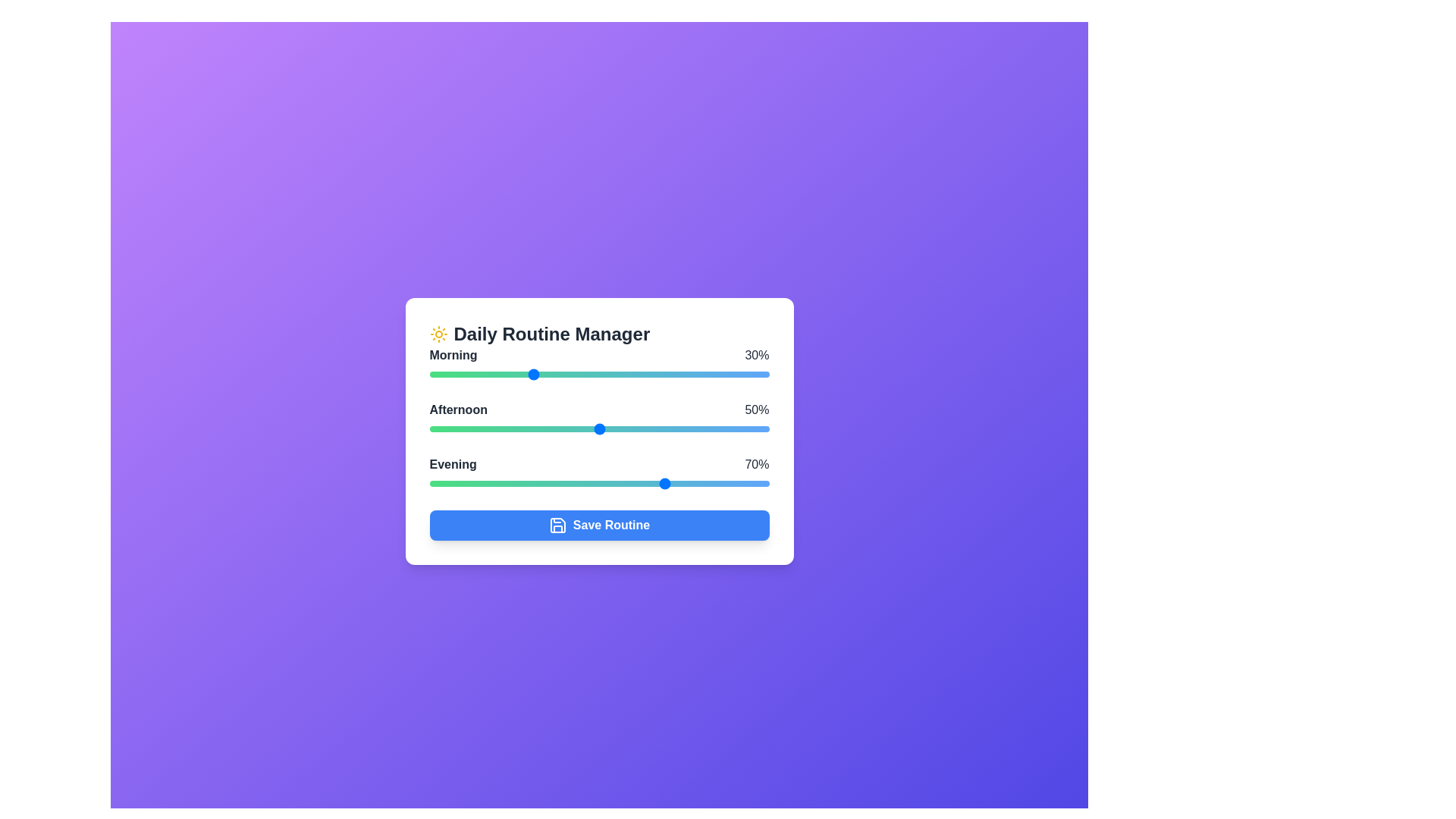 The height and width of the screenshot is (819, 1456). I want to click on the 'Save Routine' button to save the current task allocations, so click(598, 525).